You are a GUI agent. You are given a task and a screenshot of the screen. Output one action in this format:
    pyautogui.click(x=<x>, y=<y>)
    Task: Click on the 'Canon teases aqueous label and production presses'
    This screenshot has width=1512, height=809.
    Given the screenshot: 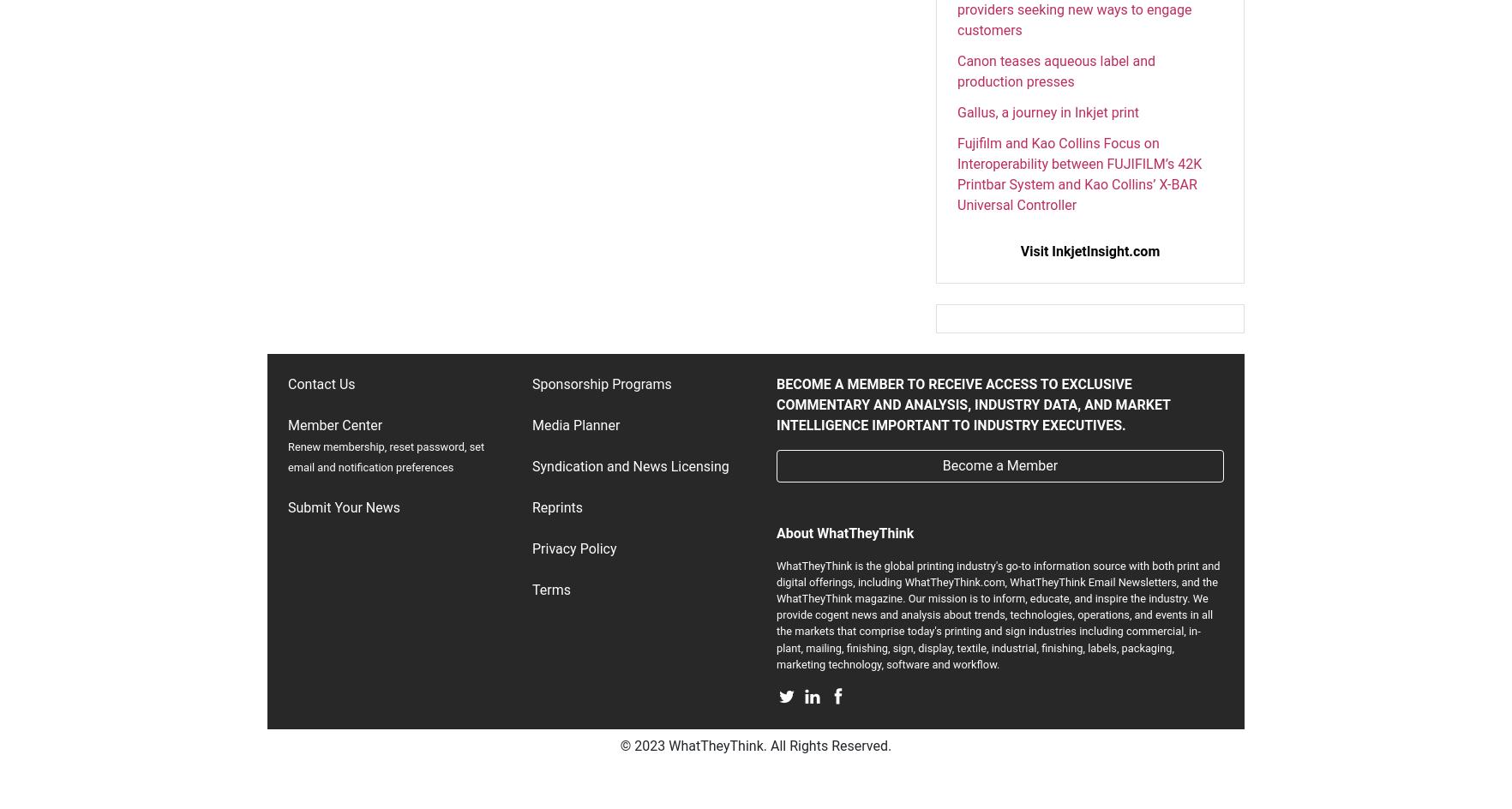 What is the action you would take?
    pyautogui.click(x=1056, y=69)
    